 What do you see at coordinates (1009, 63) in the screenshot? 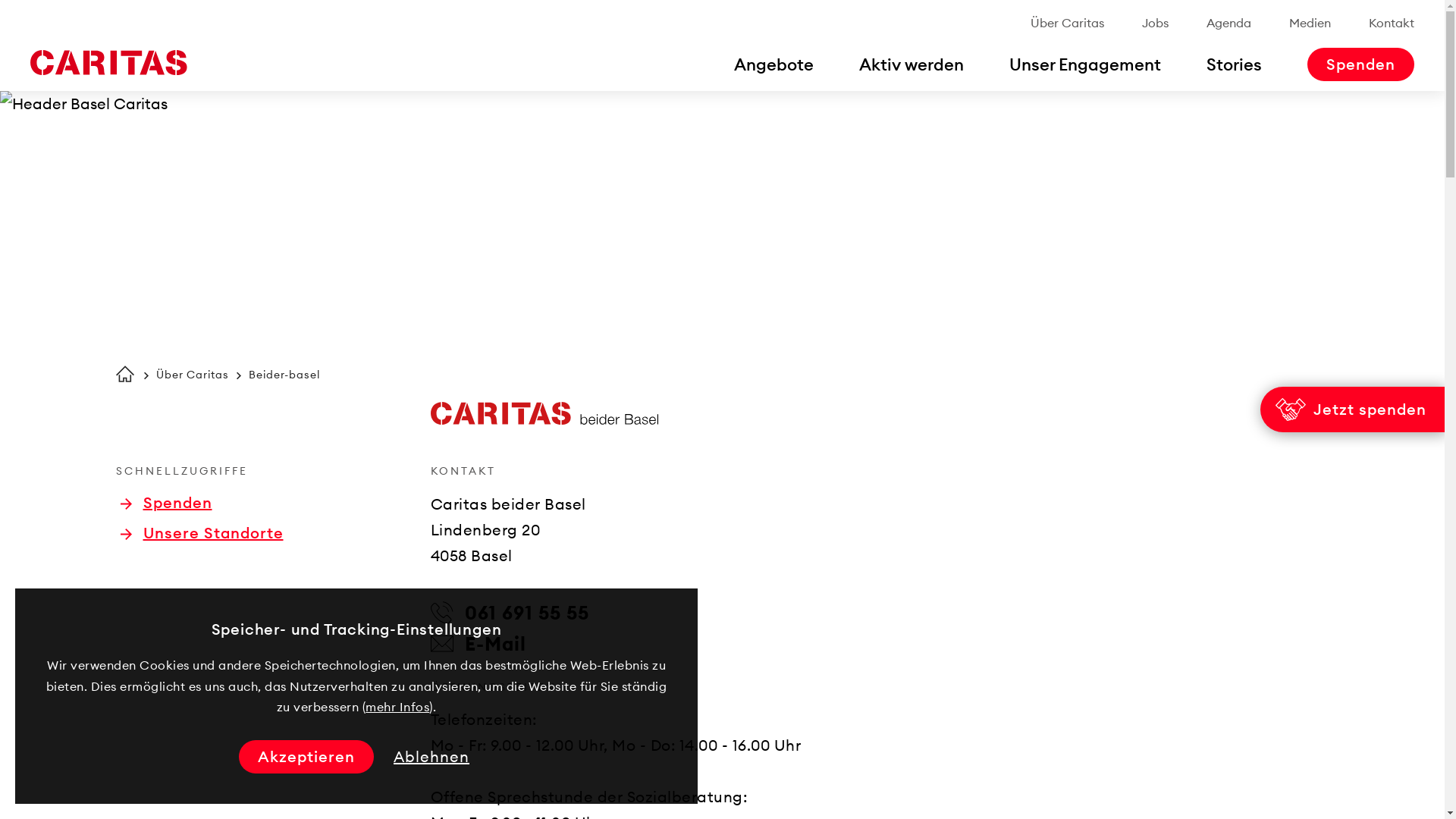
I see `'Unser Engagement'` at bounding box center [1009, 63].